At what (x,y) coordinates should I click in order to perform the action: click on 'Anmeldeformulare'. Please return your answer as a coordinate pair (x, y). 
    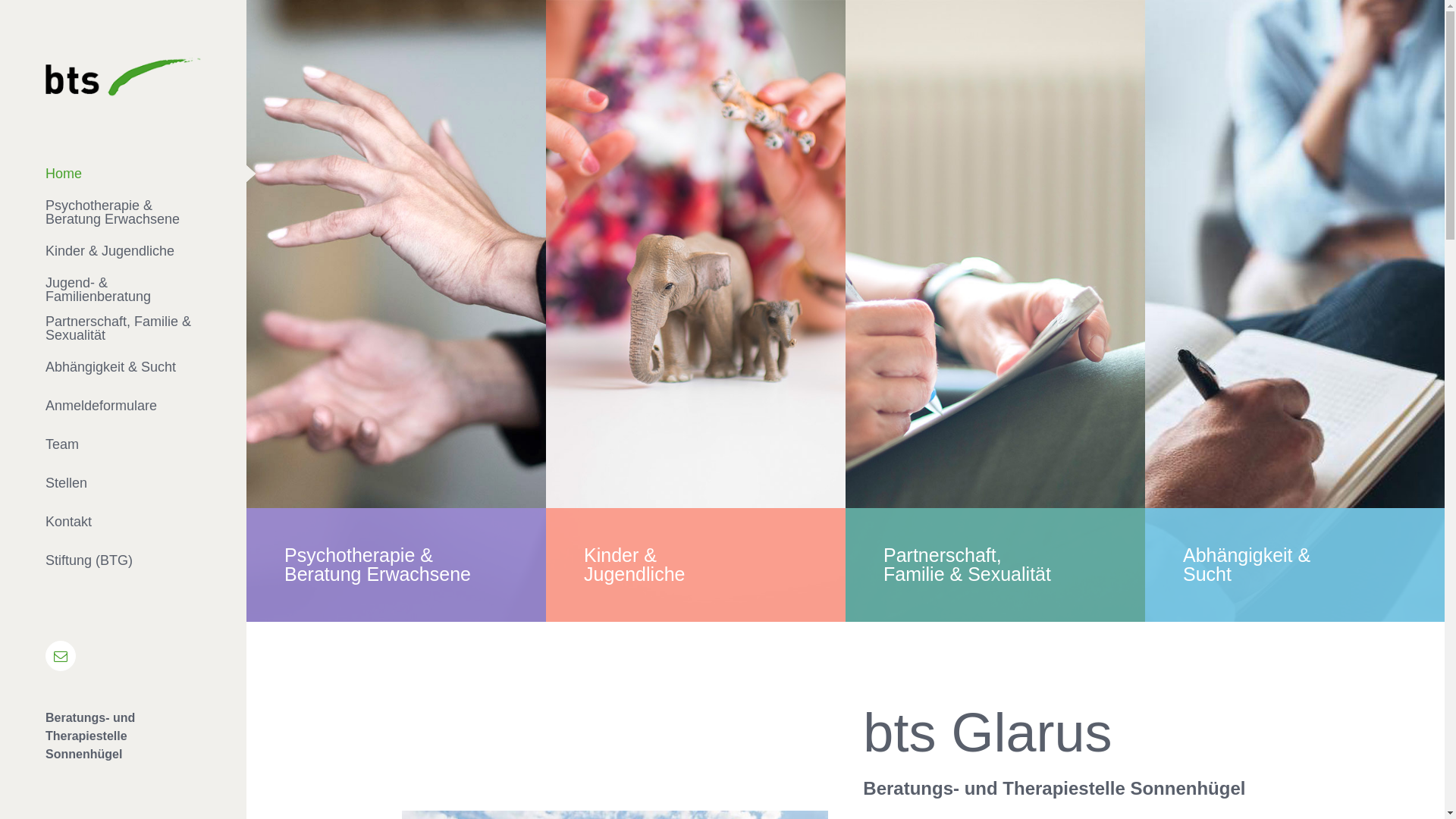
    Looking at the image, I should click on (123, 405).